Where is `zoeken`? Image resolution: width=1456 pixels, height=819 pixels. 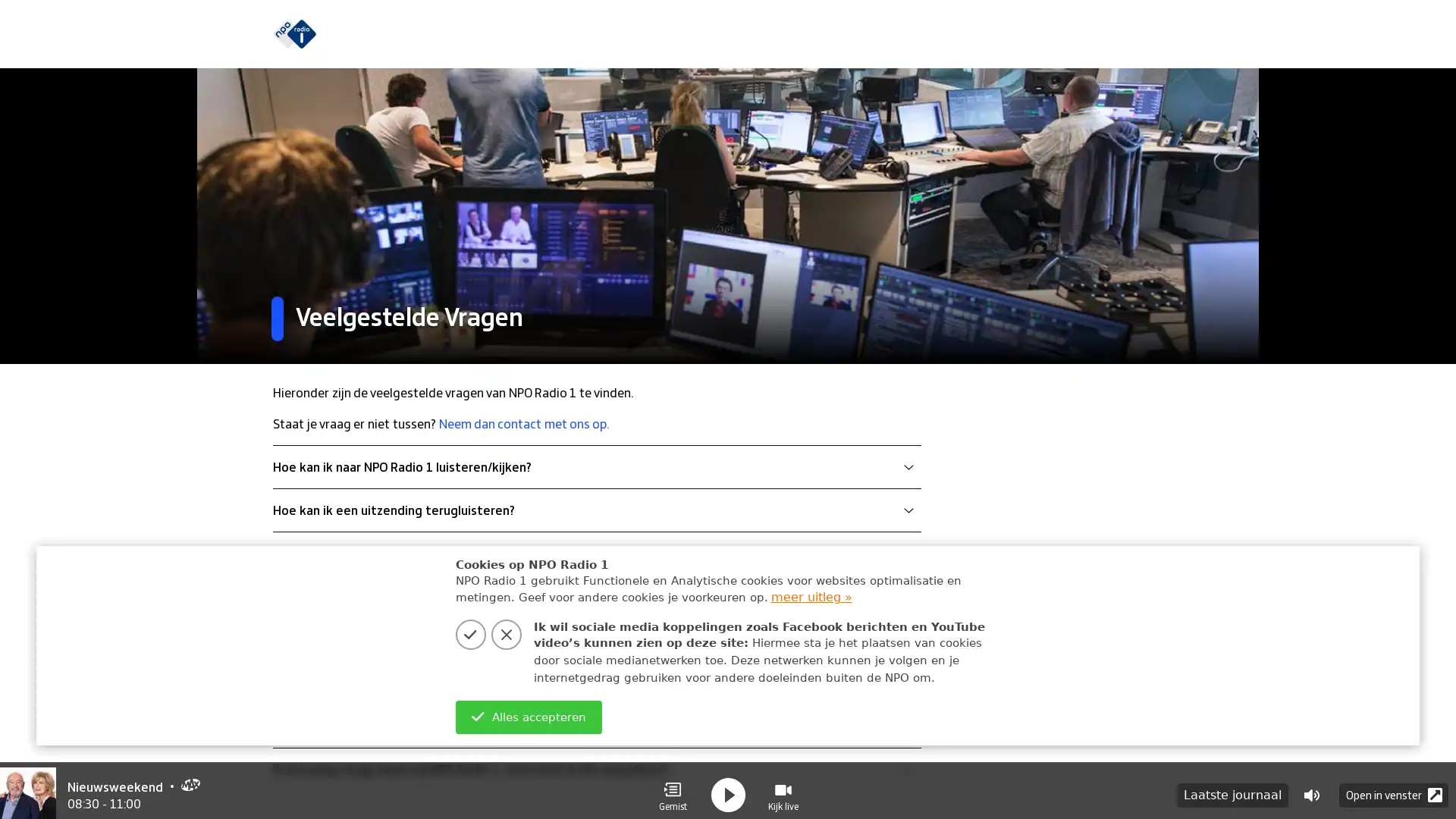
zoeken is located at coordinates (1167, 33).